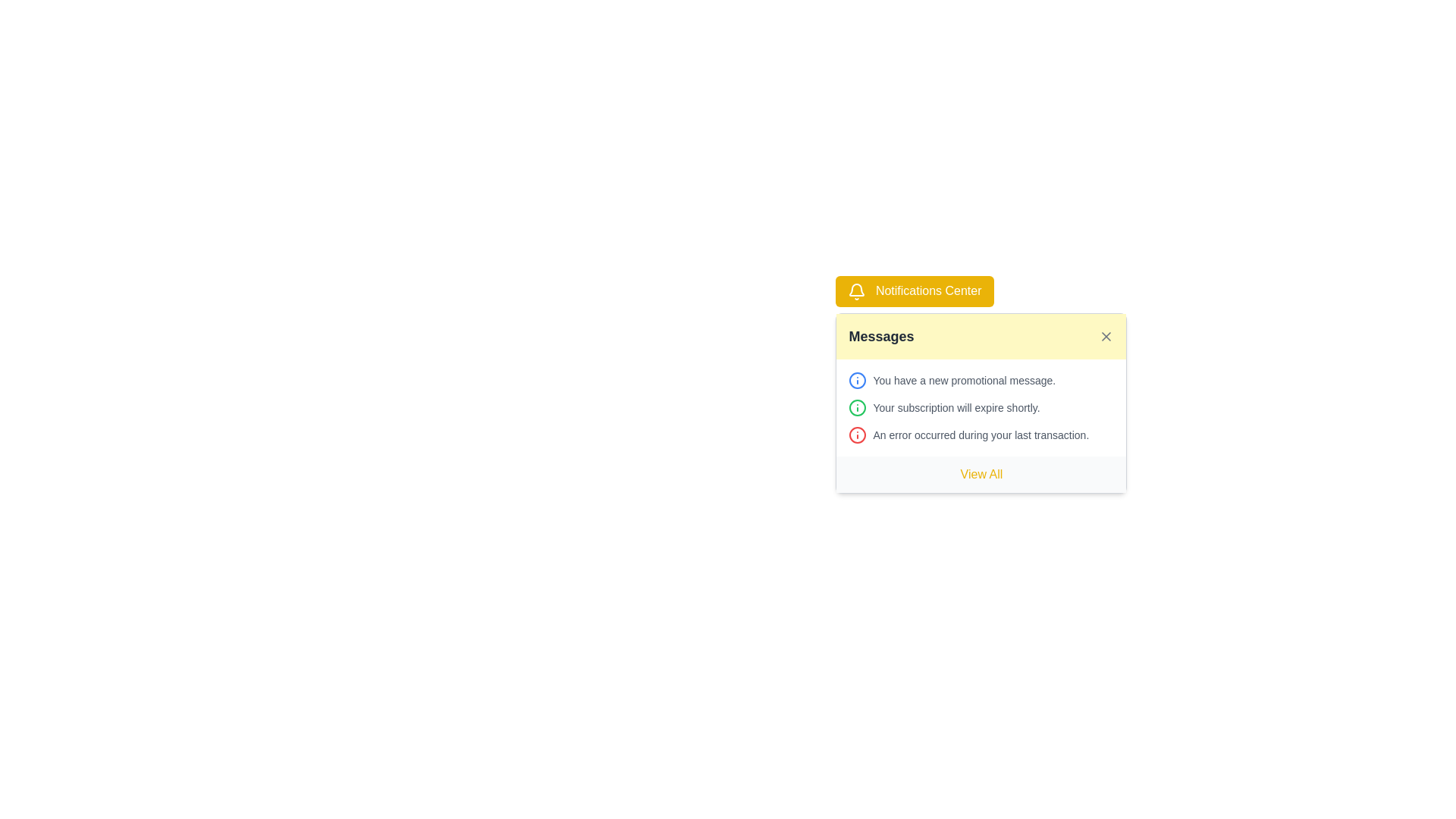 The height and width of the screenshot is (819, 1456). I want to click on the information icon located to the left of the text 'Your subscription will expire shortly.' within the notification card under the 'Messages' section, so click(858, 406).